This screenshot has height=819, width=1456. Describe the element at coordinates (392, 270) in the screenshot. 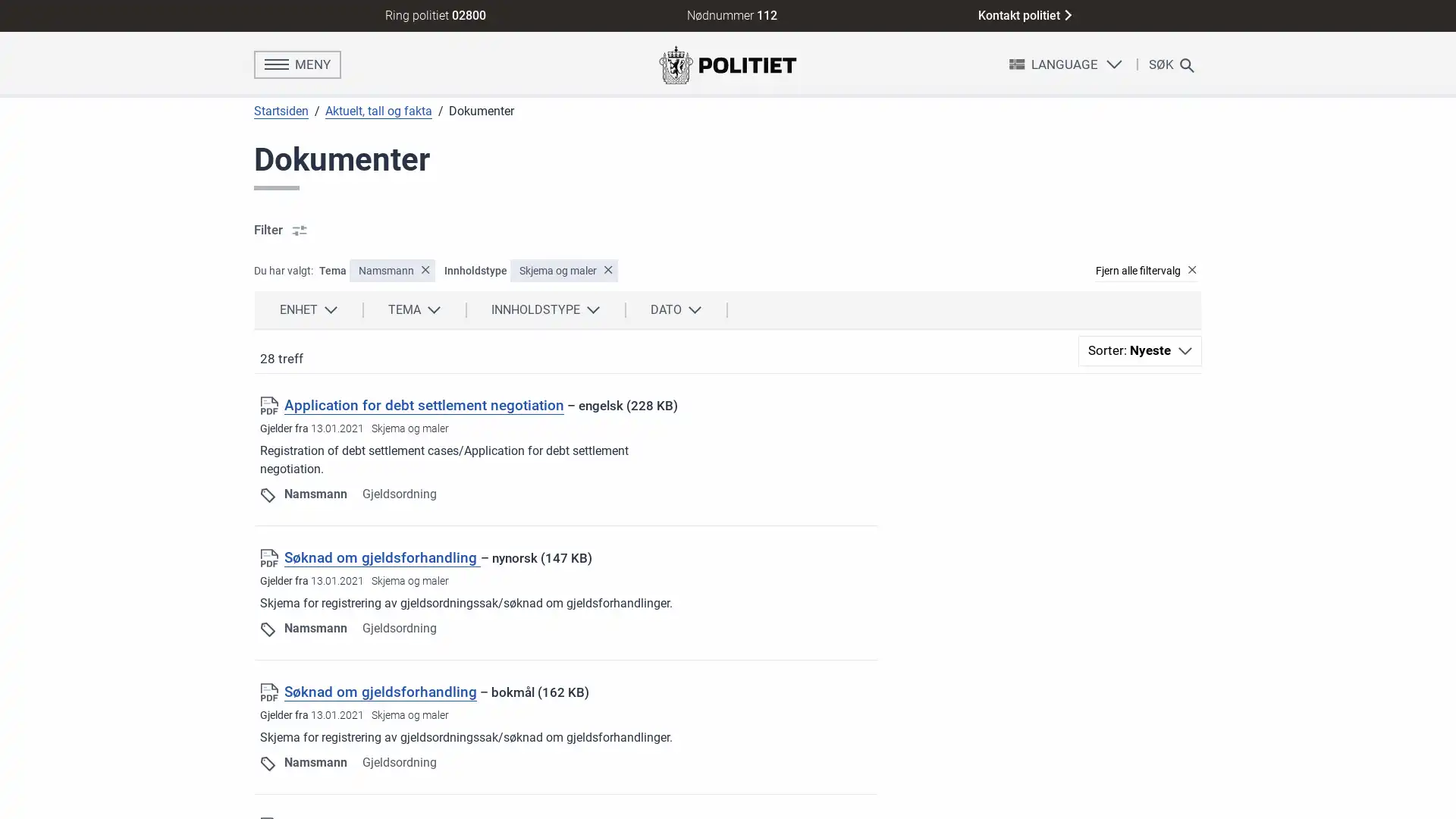

I see `Namsmann Fjern filter` at that location.